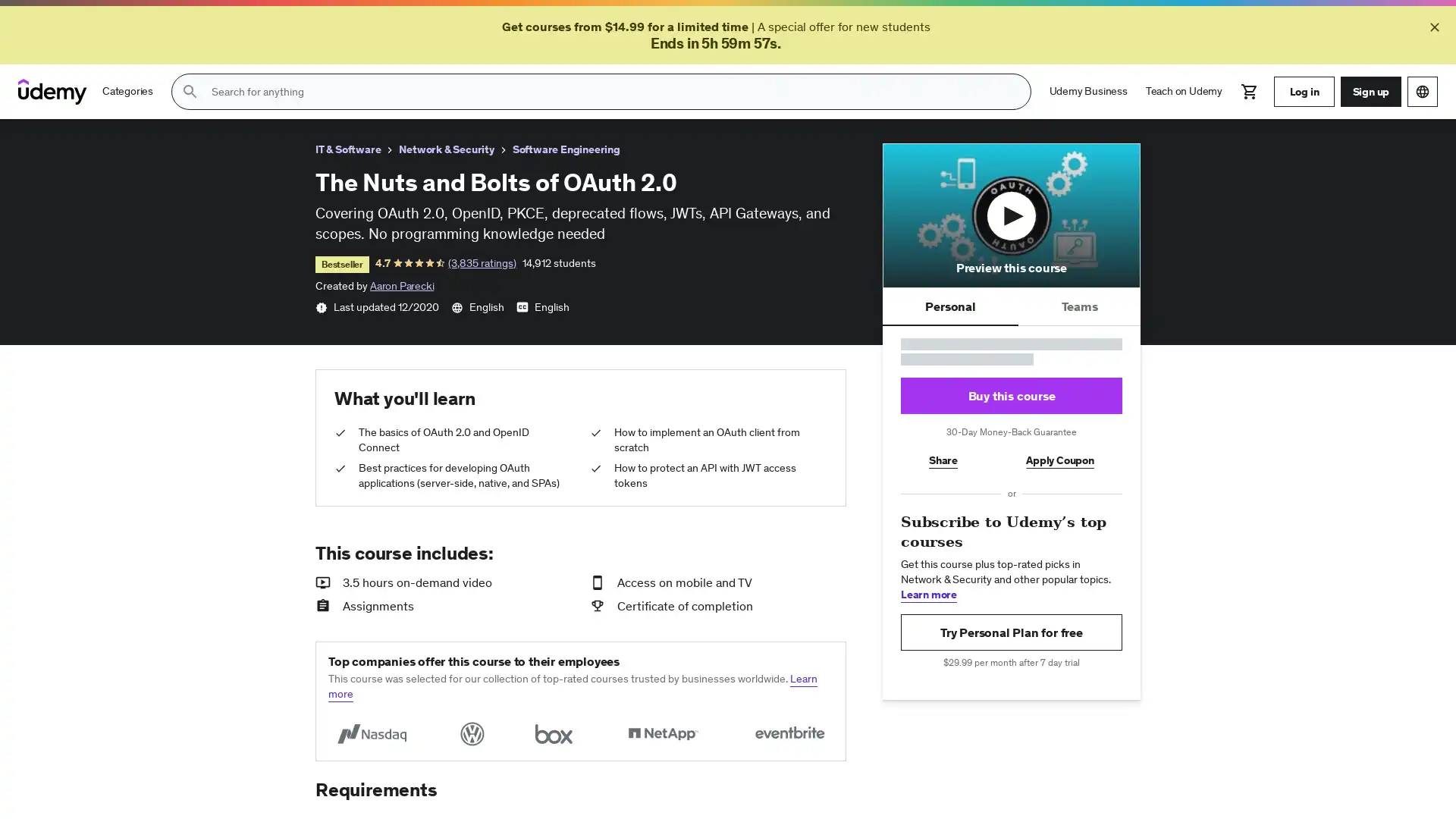 This screenshot has height=819, width=1456. I want to click on Submit search, so click(189, 91).